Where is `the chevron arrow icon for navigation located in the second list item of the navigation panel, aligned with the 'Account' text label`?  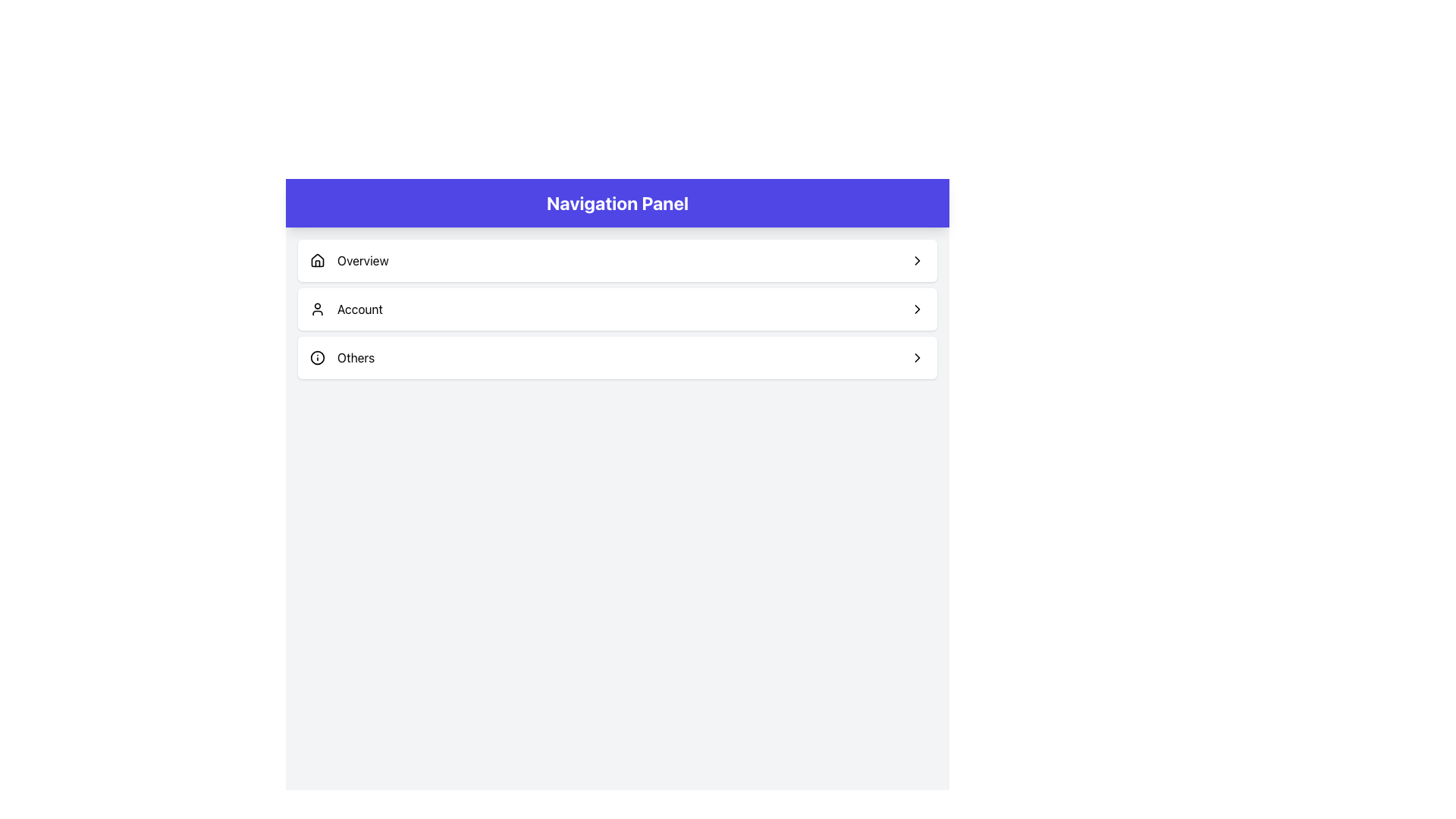 the chevron arrow icon for navigation located in the second list item of the navigation panel, aligned with the 'Account' text label is located at coordinates (916, 309).